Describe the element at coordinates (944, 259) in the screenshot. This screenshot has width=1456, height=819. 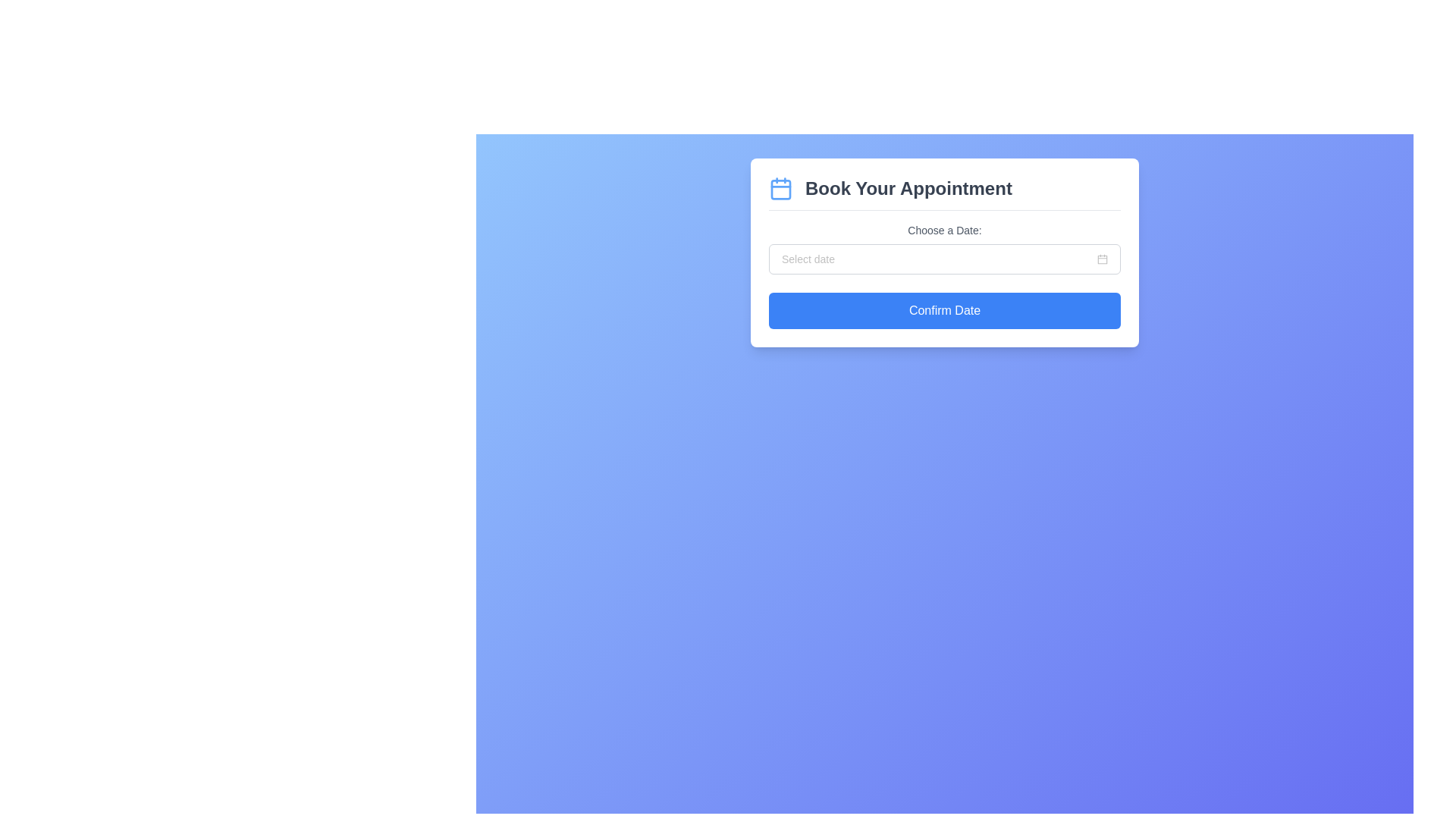
I see `the date picker input field with placeholder text 'Select date' located in the card modal titled 'Book Your Appointment' to input a date manually` at that location.